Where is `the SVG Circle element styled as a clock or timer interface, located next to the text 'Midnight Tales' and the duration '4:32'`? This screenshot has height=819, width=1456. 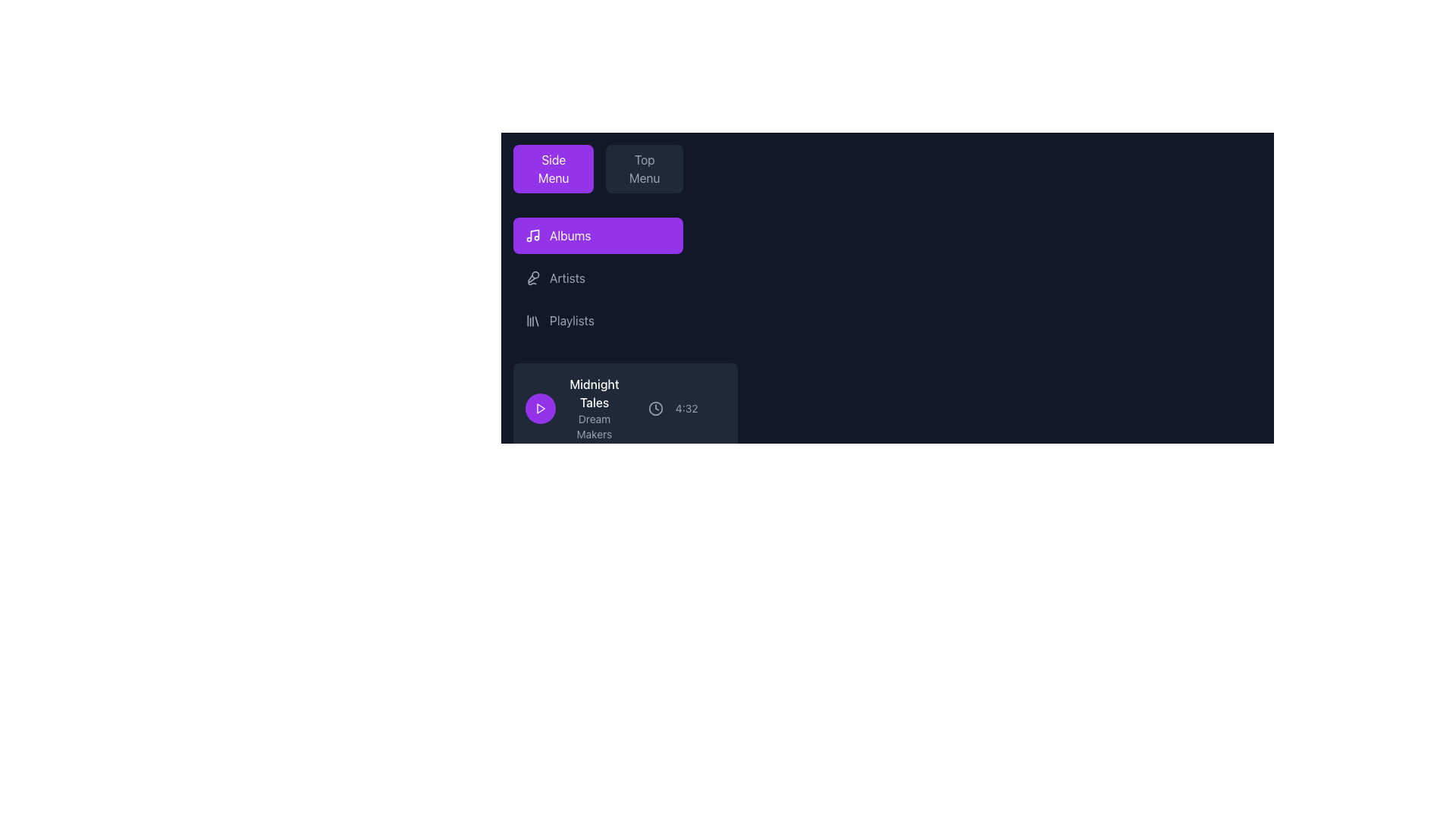 the SVG Circle element styled as a clock or timer interface, located next to the text 'Midnight Tales' and the duration '4:32' is located at coordinates (655, 408).